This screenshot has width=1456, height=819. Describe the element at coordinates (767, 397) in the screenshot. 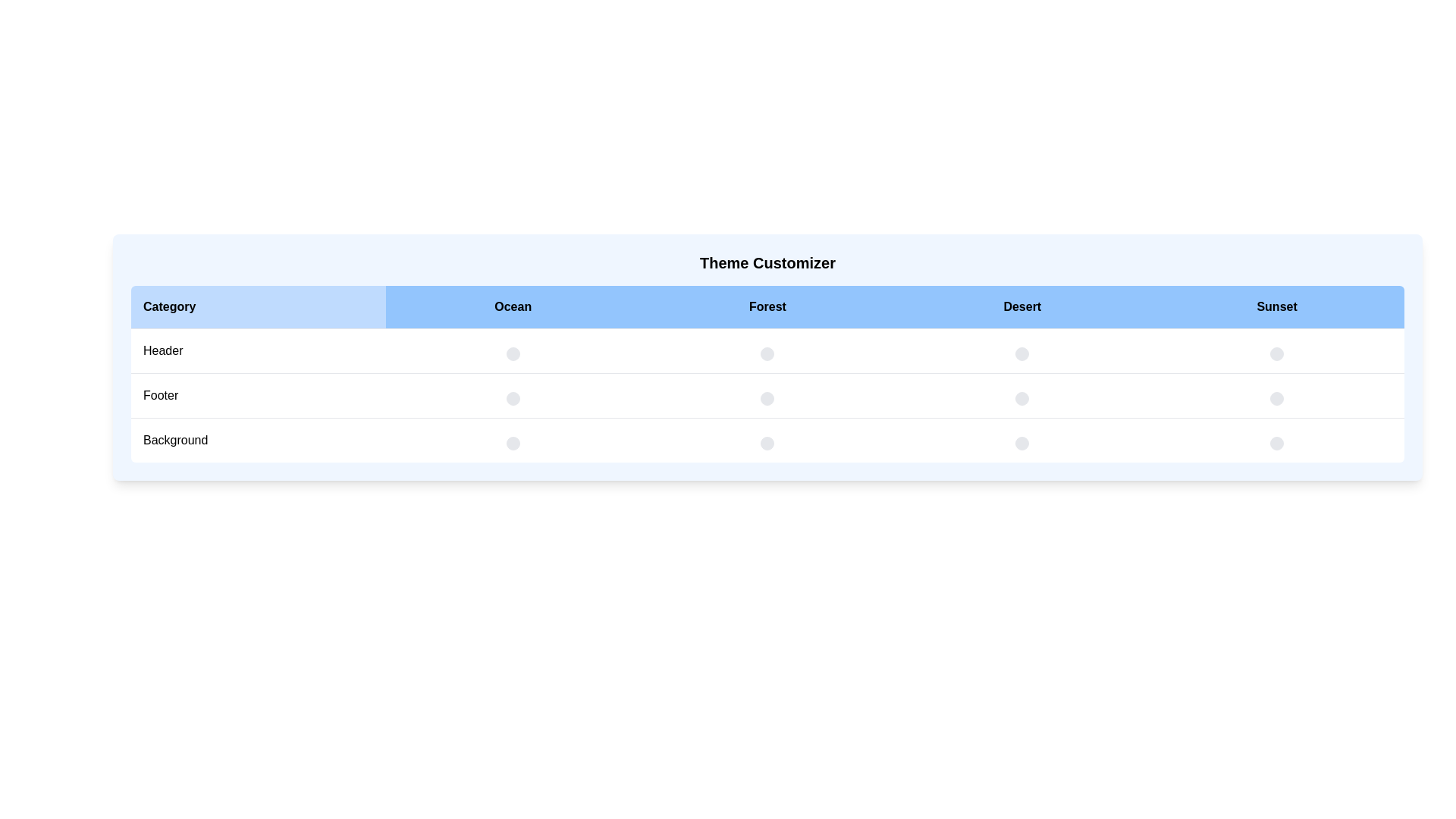

I see `the radio button` at that location.